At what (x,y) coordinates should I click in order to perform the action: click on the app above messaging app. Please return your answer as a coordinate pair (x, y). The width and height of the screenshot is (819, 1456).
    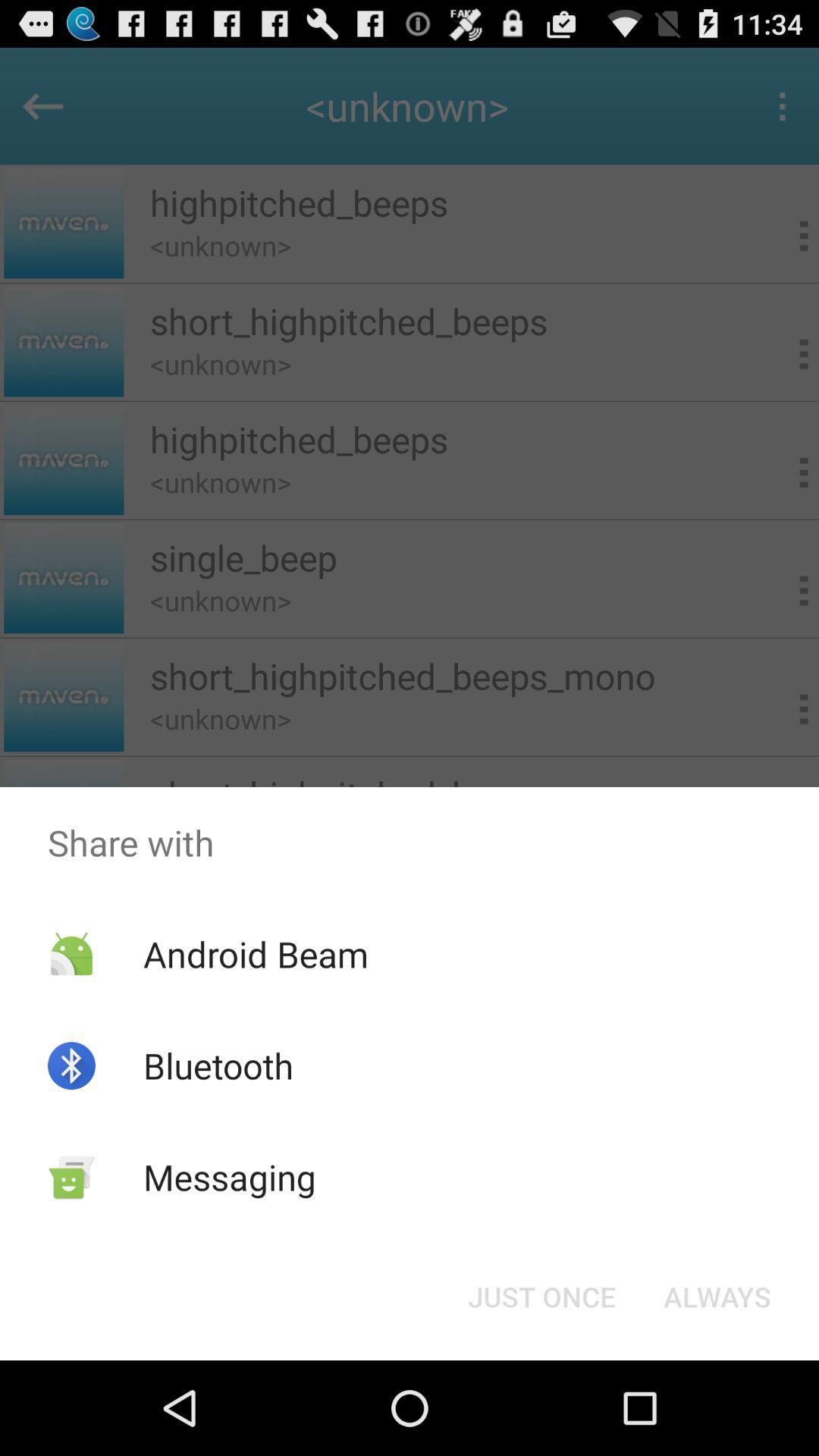
    Looking at the image, I should click on (218, 1065).